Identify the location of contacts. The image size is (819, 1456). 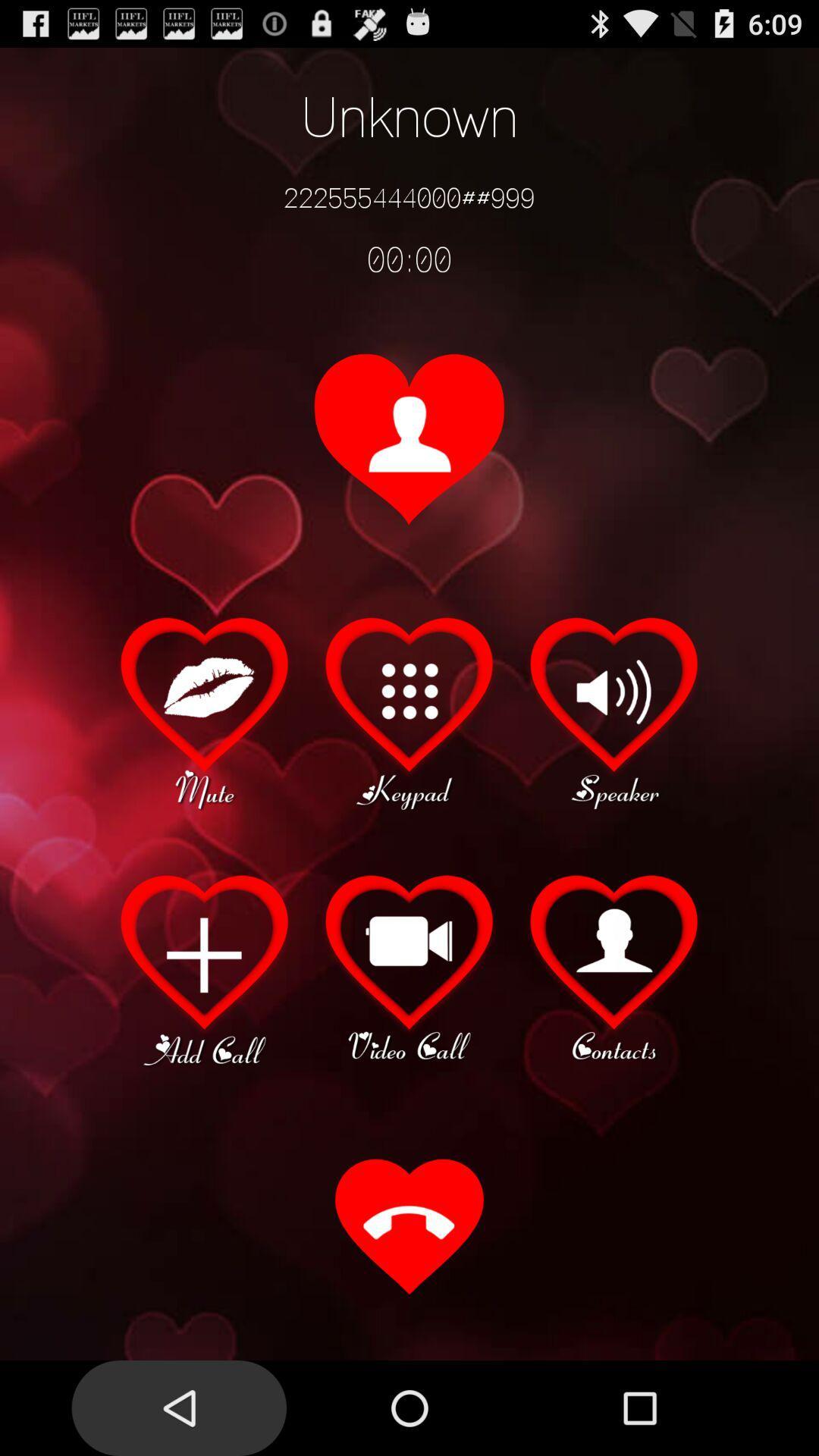
(614, 968).